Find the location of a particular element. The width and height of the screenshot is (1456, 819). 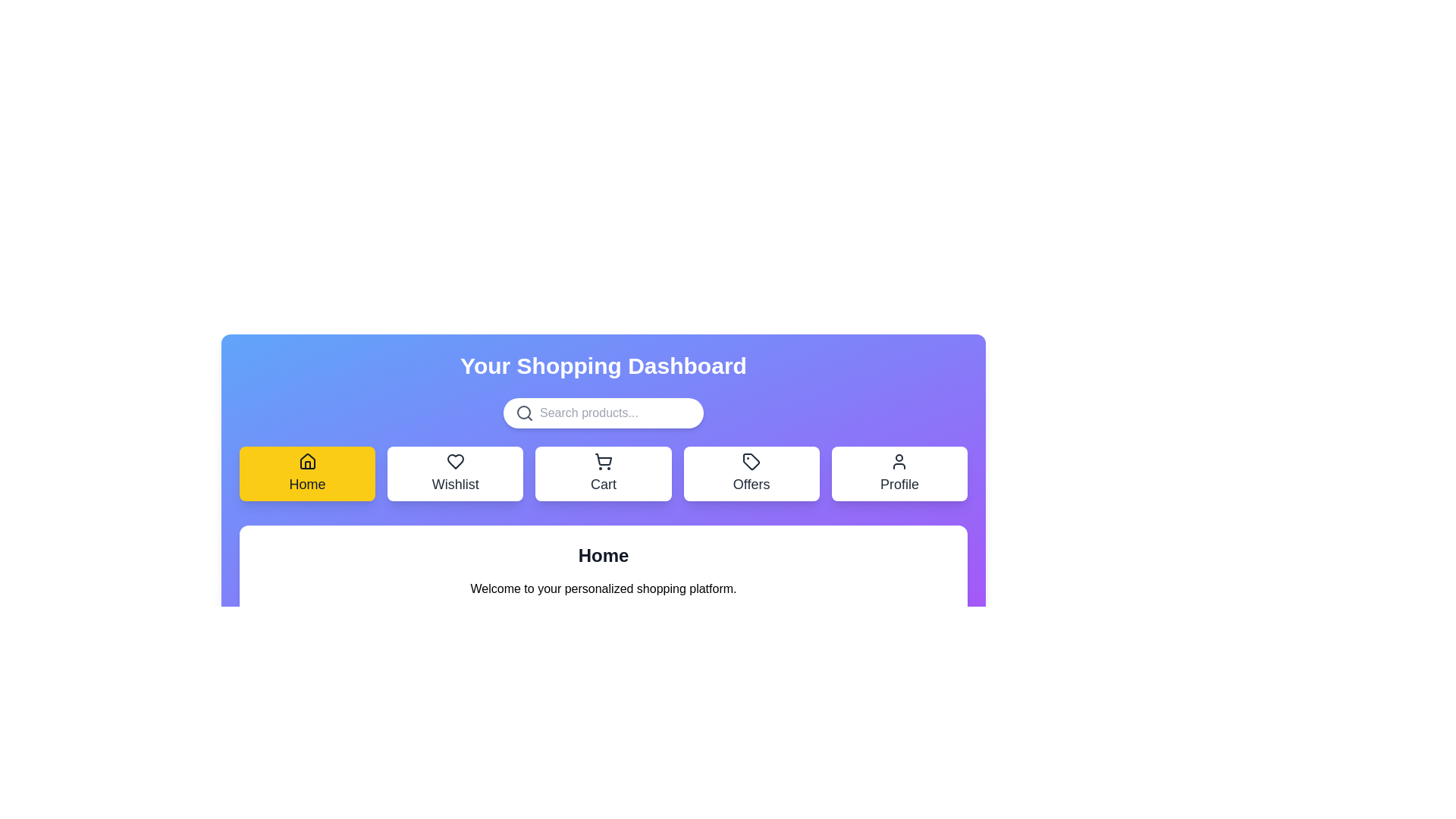

the navigation button for 'Offers' located in the middle section of the navigation panel is located at coordinates (752, 472).